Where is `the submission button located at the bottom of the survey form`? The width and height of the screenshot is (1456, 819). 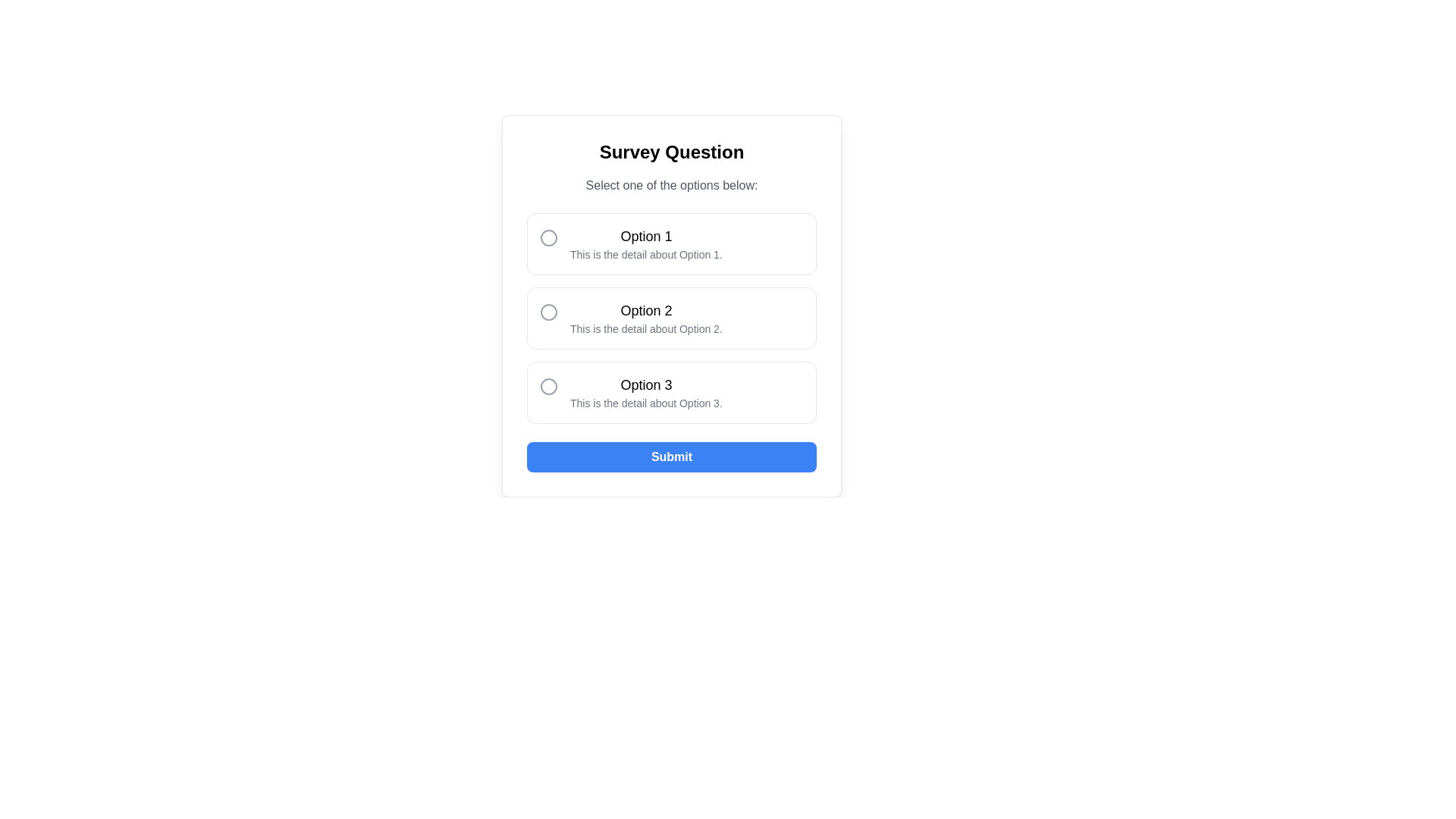
the submission button located at the bottom of the survey form is located at coordinates (671, 456).